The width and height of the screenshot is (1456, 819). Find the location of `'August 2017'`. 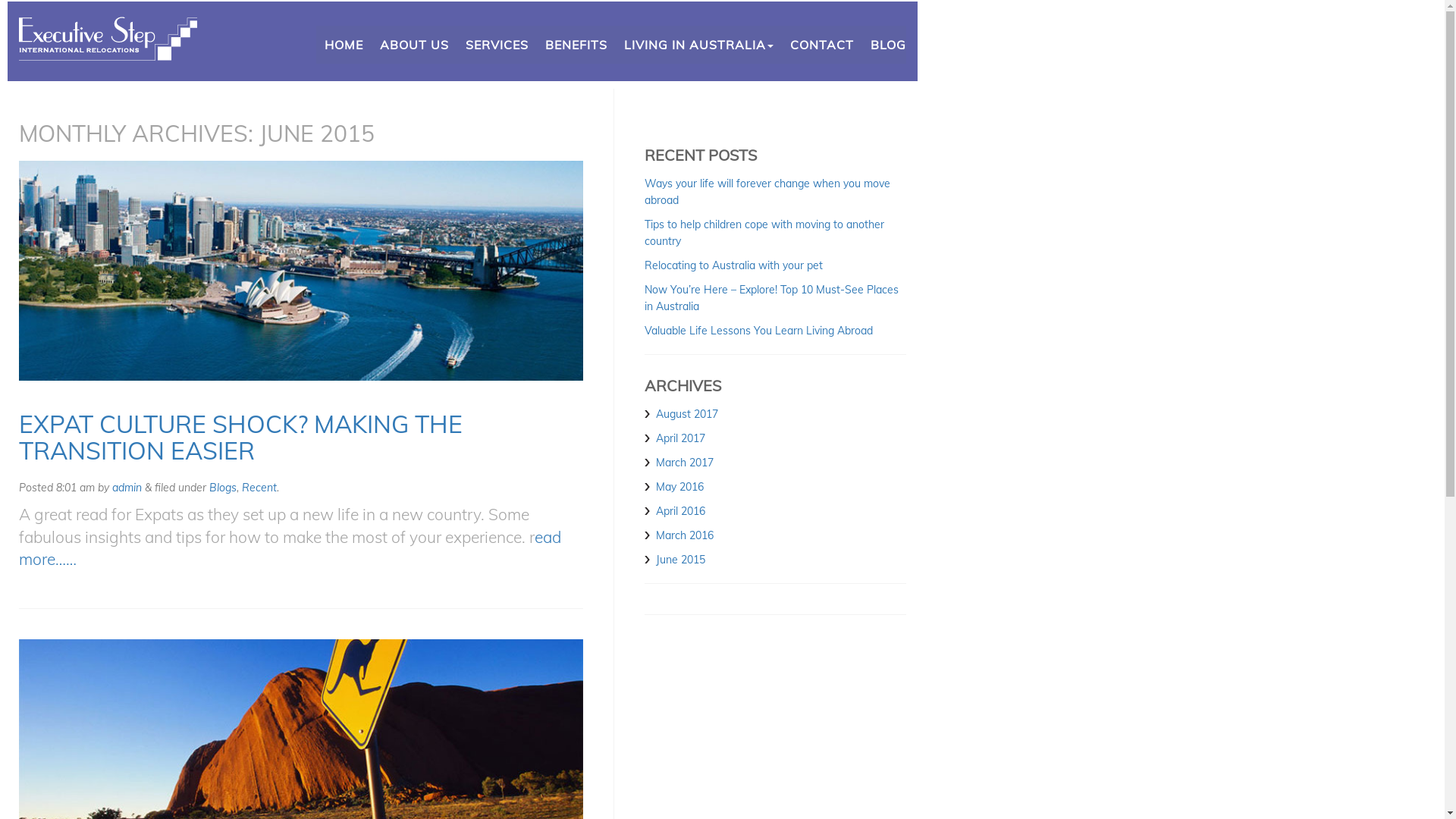

'August 2017' is located at coordinates (686, 414).